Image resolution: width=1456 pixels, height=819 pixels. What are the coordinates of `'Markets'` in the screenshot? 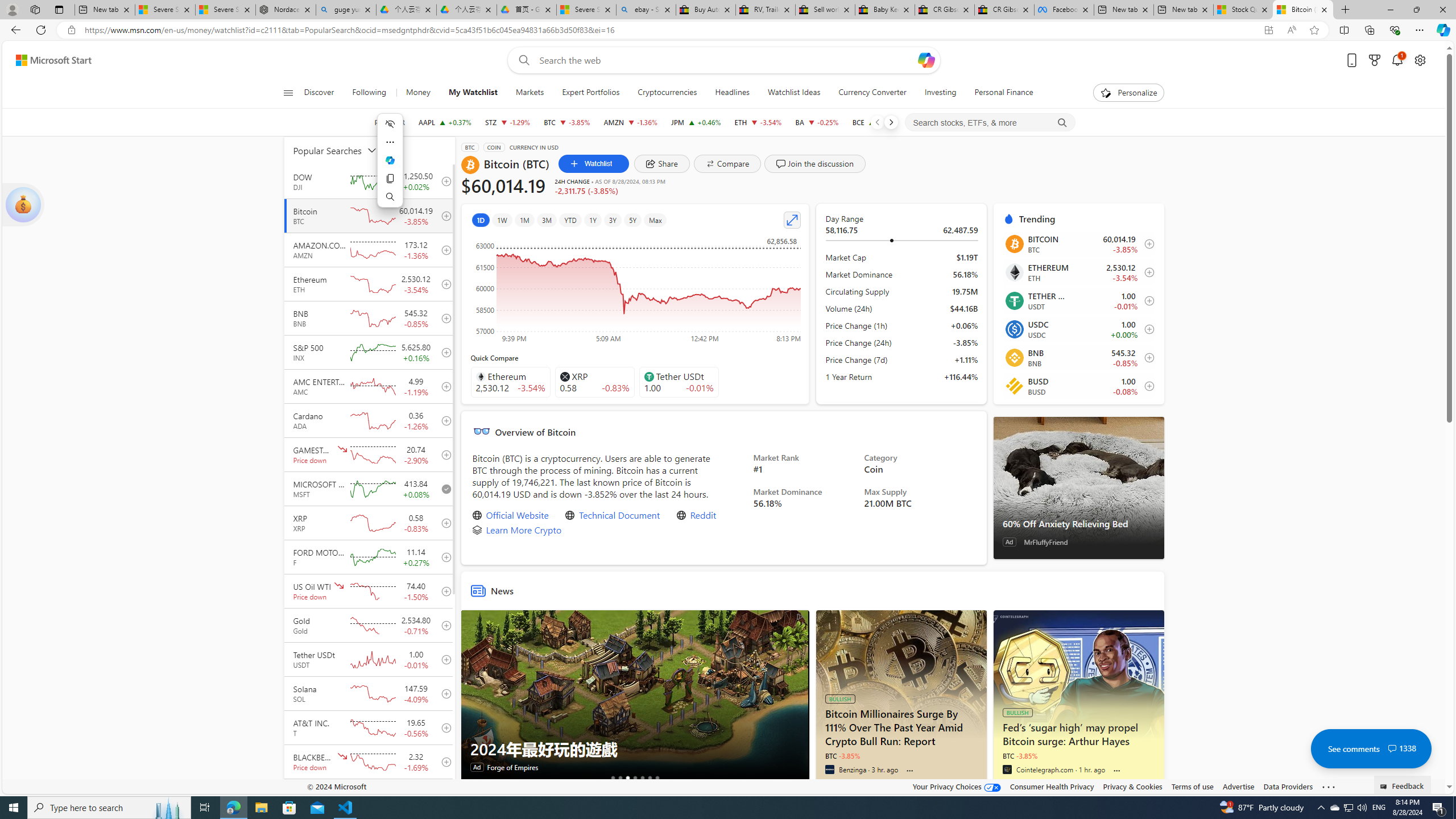 It's located at (529, 92).